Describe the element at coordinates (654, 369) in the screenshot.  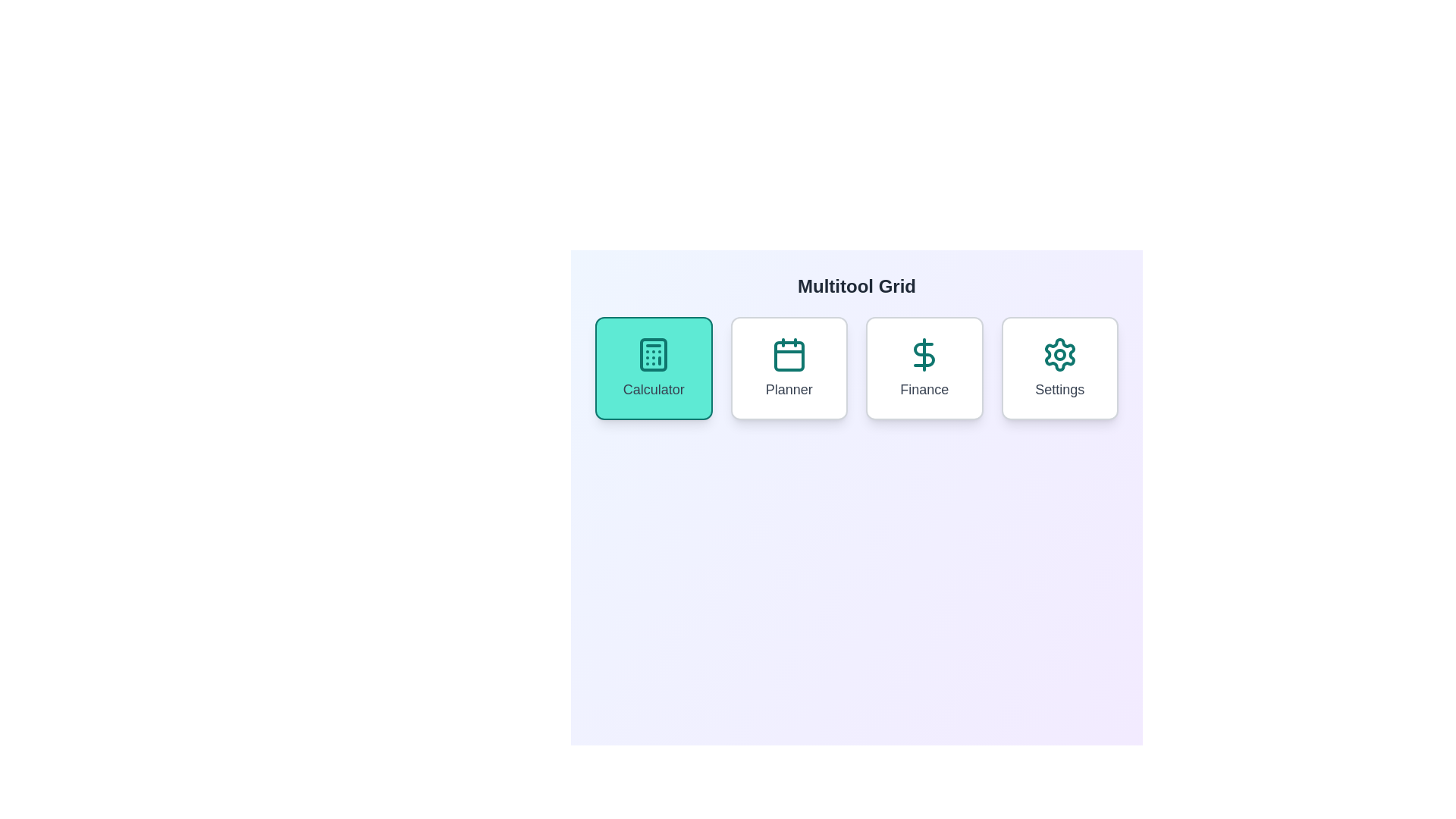
I see `the top-left button in the grid layout that activates the calculator tool` at that location.